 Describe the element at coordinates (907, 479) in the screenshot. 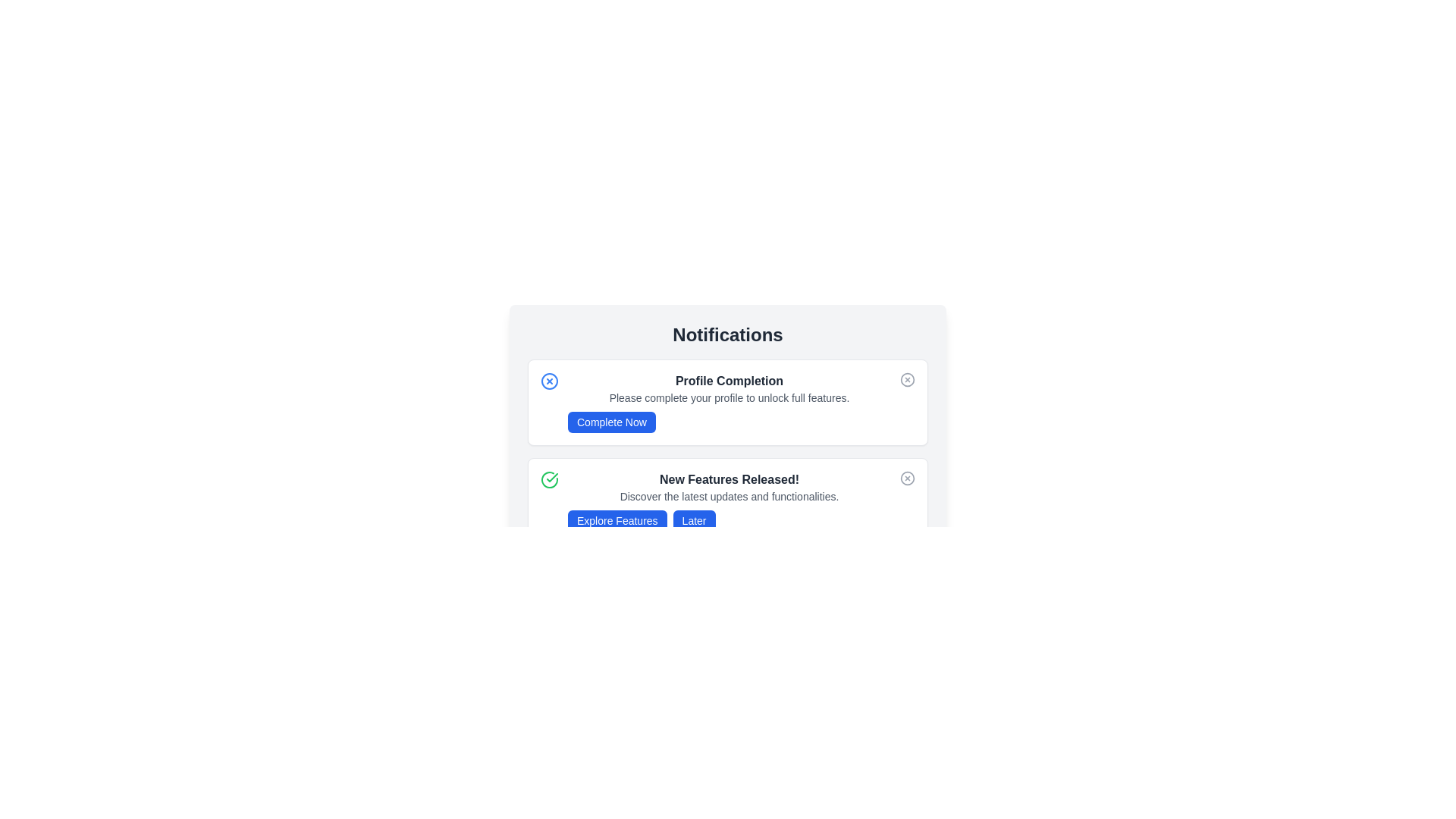

I see `the close button of the notification with title New Features Released!` at that location.